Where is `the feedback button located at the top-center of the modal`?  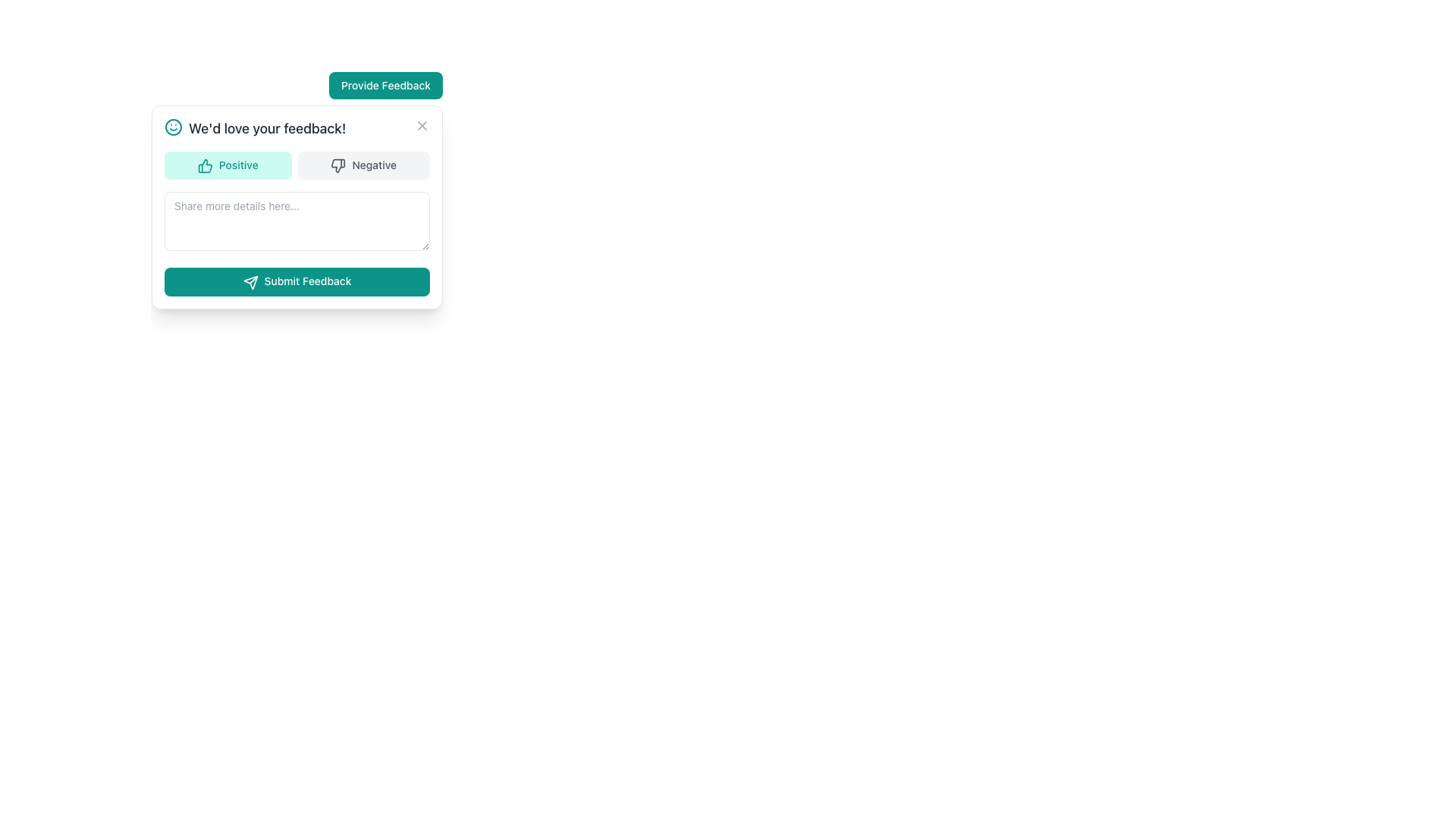 the feedback button located at the top-center of the modal is located at coordinates (385, 85).